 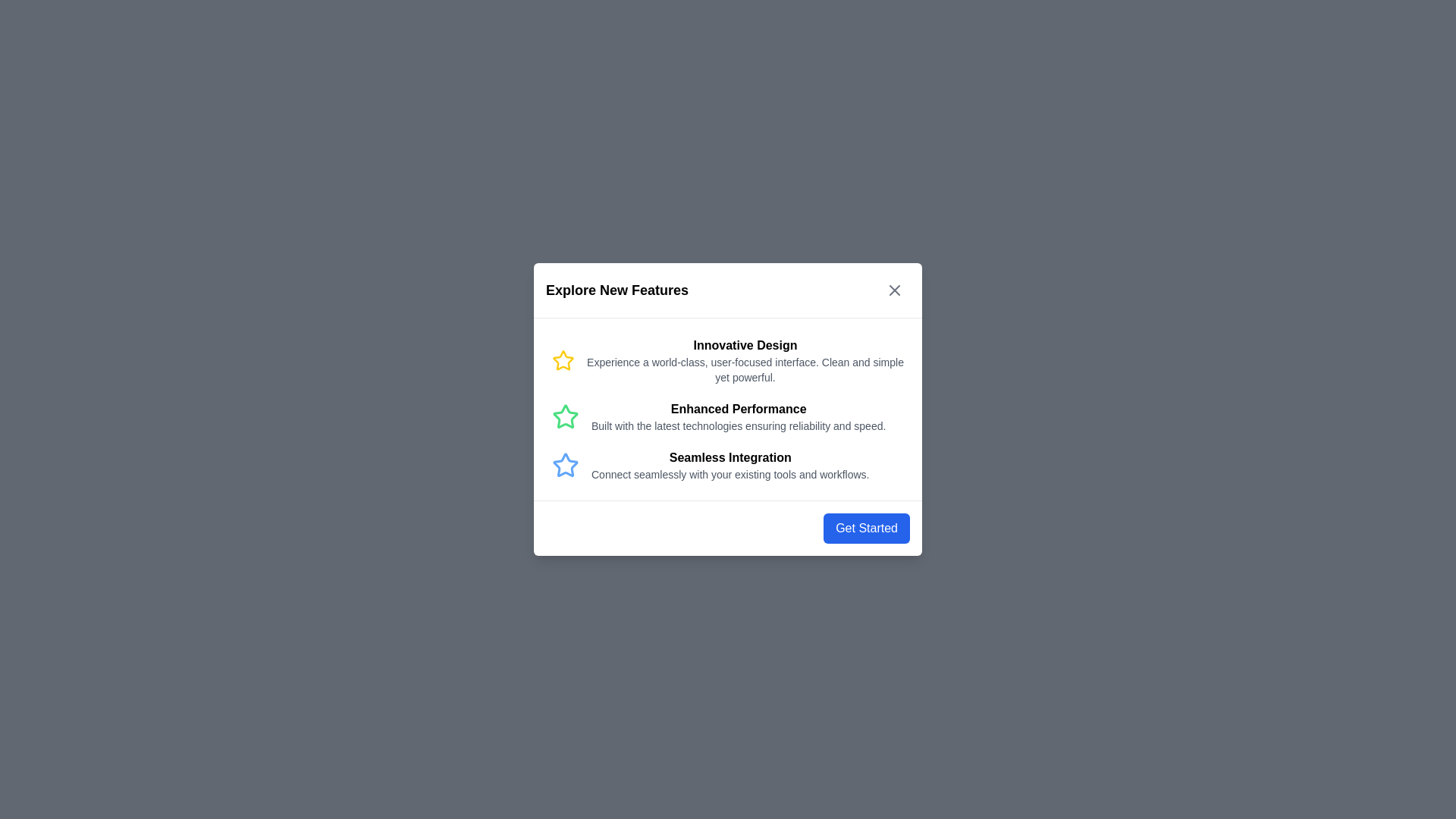 I want to click on the circular button with an 'X' icon in the top-right corner of the 'Explore New Features' dialog, so click(x=895, y=290).